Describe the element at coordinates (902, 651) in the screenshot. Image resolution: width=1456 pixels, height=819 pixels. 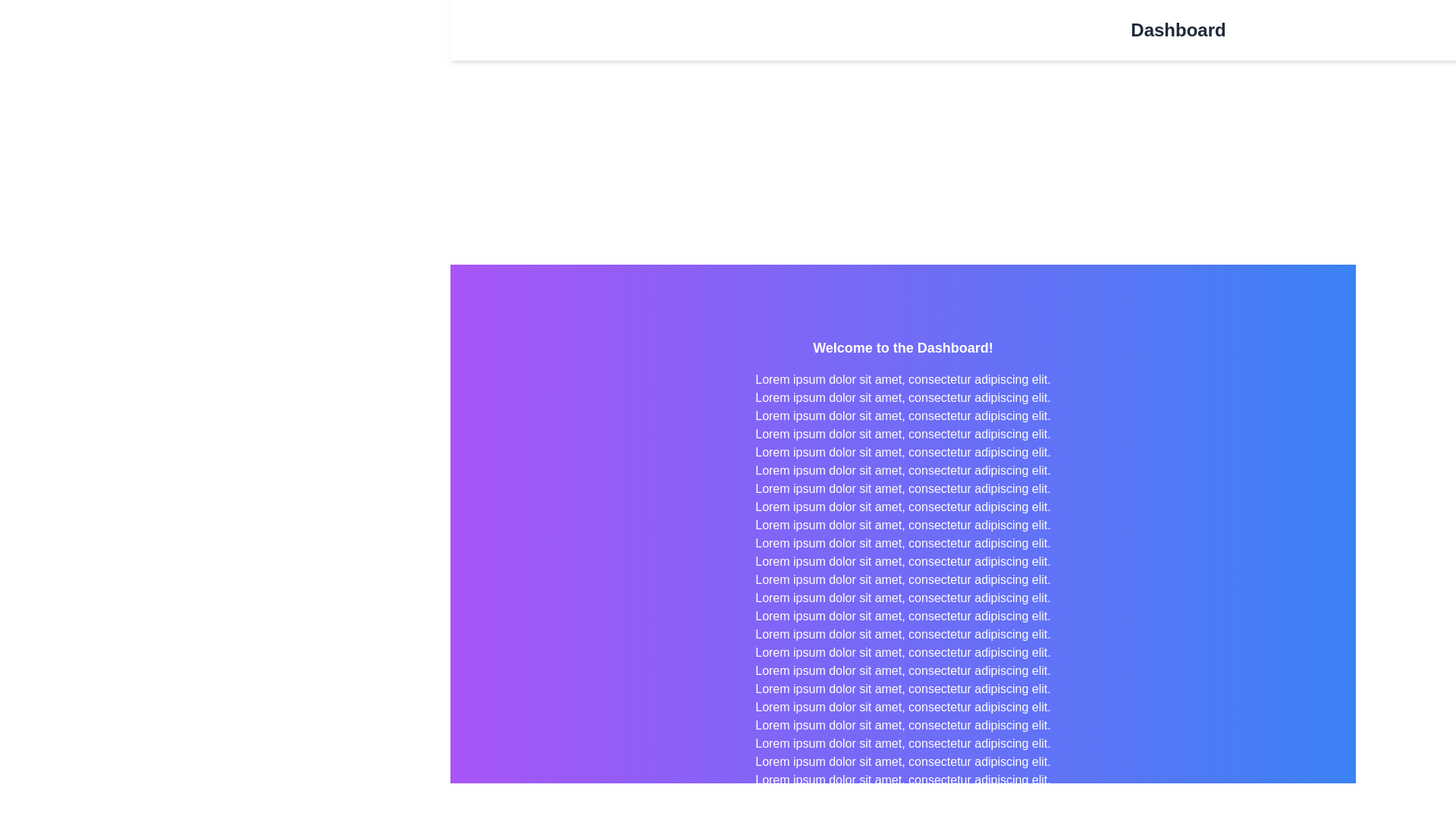
I see `the 17th line of white static text reading 'Lorem ipsum dolor sit amet, consectetur adipiscing elit.' within a gradient background transitioning from blue to purple, located under the heading 'Welcome to the Dashboard!'` at that location.